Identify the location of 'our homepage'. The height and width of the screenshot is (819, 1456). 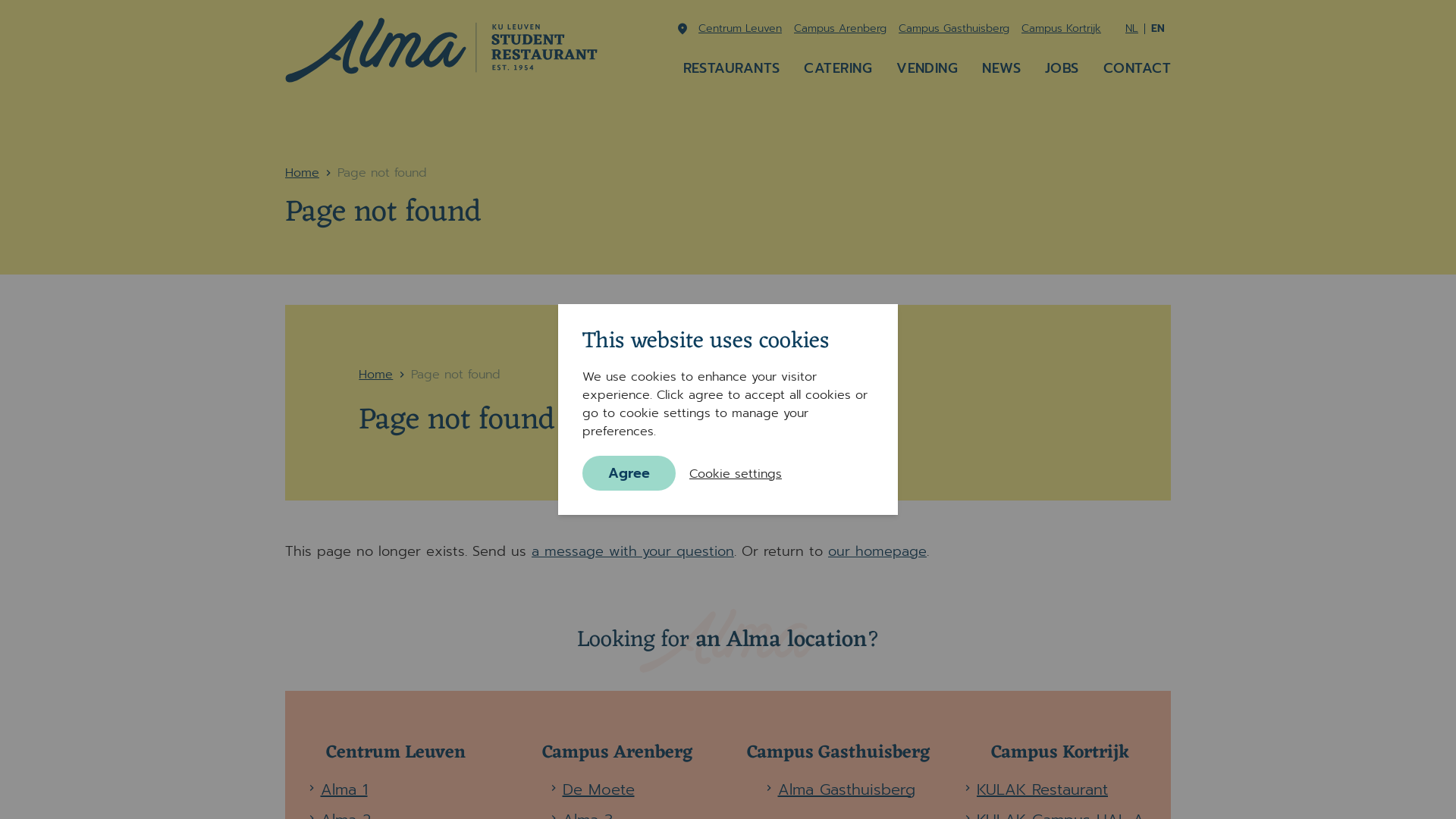
(877, 551).